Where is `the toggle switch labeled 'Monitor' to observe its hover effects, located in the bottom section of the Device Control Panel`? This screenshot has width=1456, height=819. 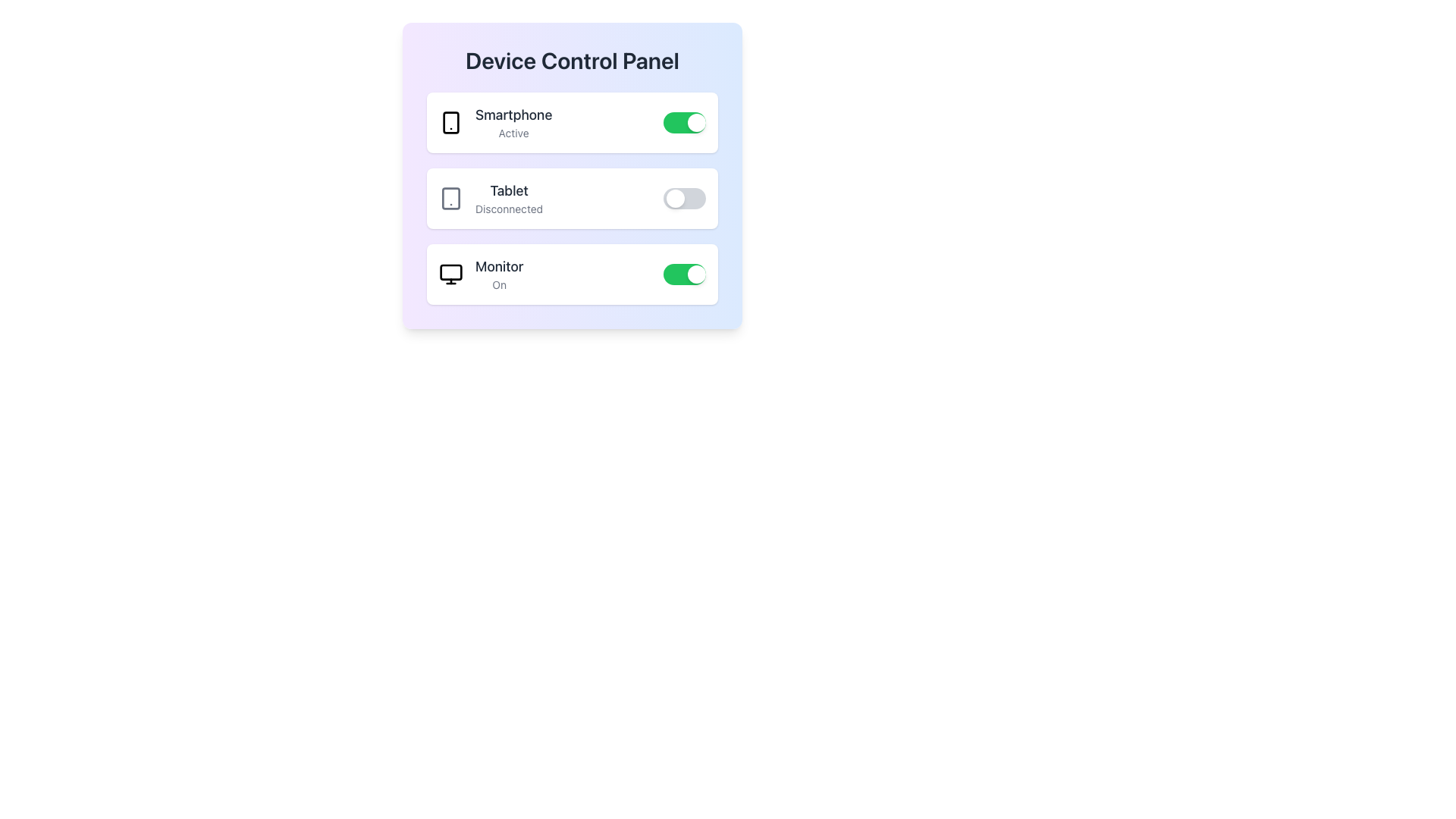
the toggle switch labeled 'Monitor' to observe its hover effects, located in the bottom section of the Device Control Panel is located at coordinates (683, 275).